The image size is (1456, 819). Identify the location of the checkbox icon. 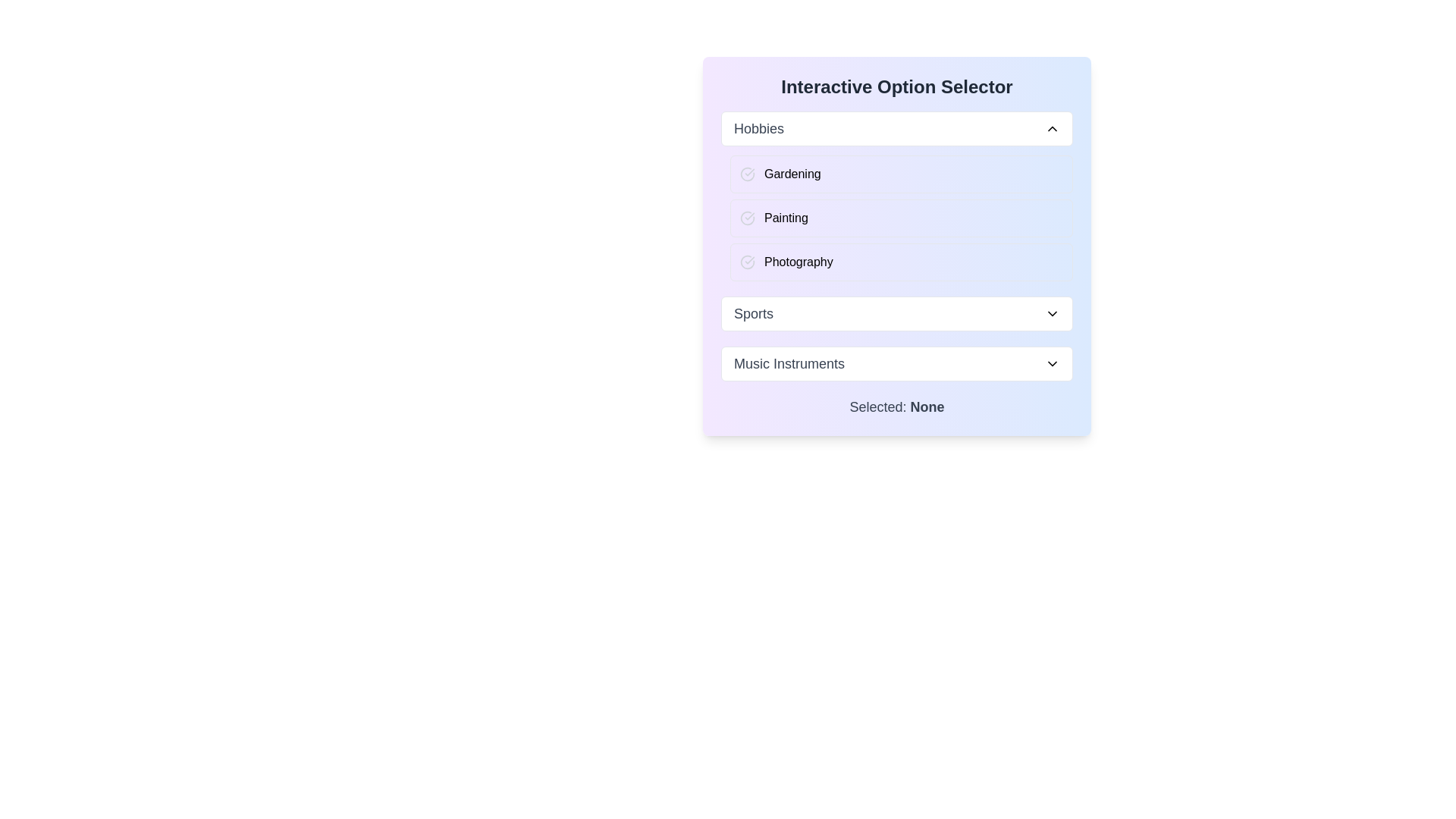
(747, 174).